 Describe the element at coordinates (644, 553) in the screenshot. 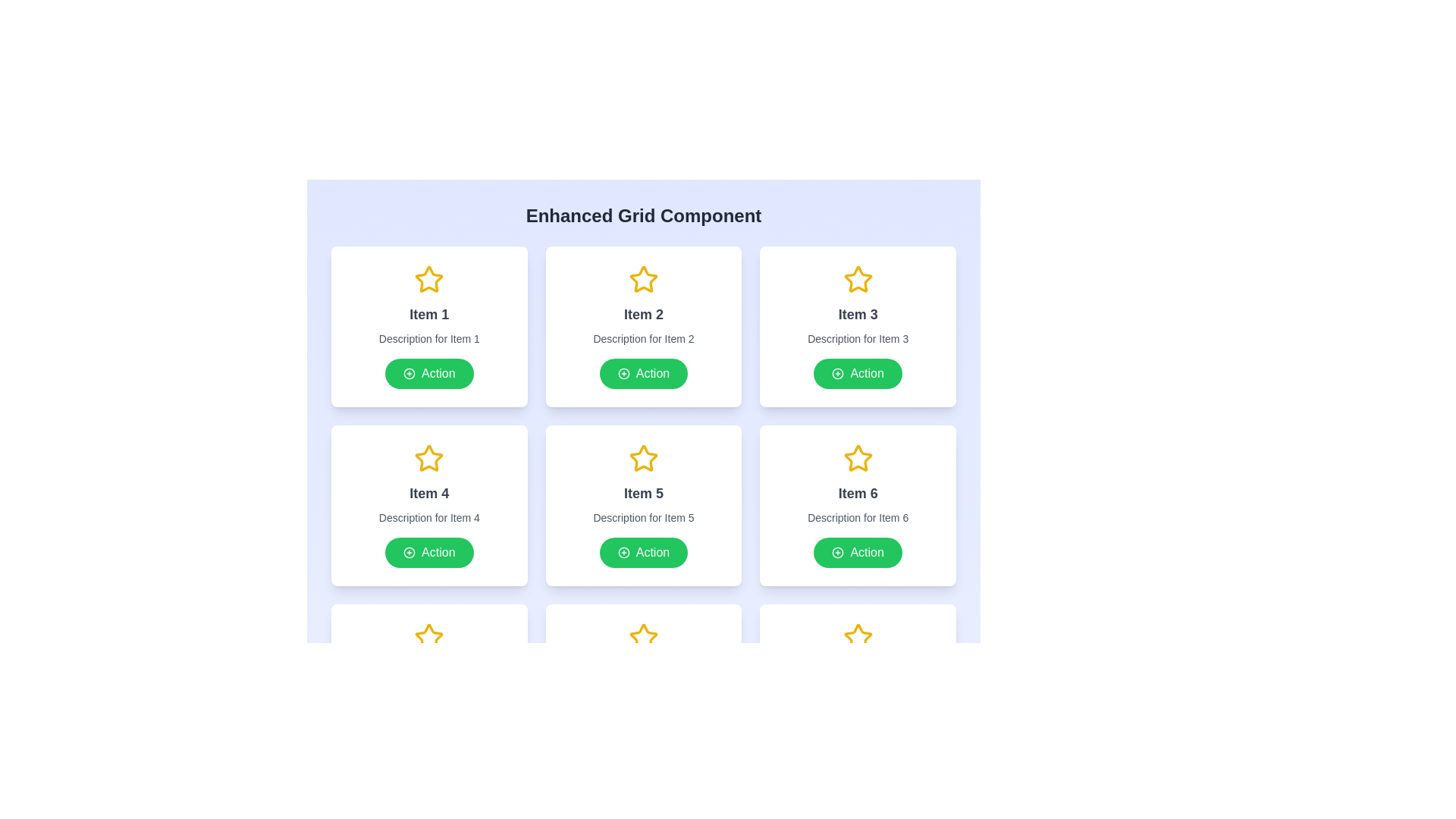

I see `the green button labeled 'Action' with a circular plus icon, located within the 'Item 5' card` at that location.